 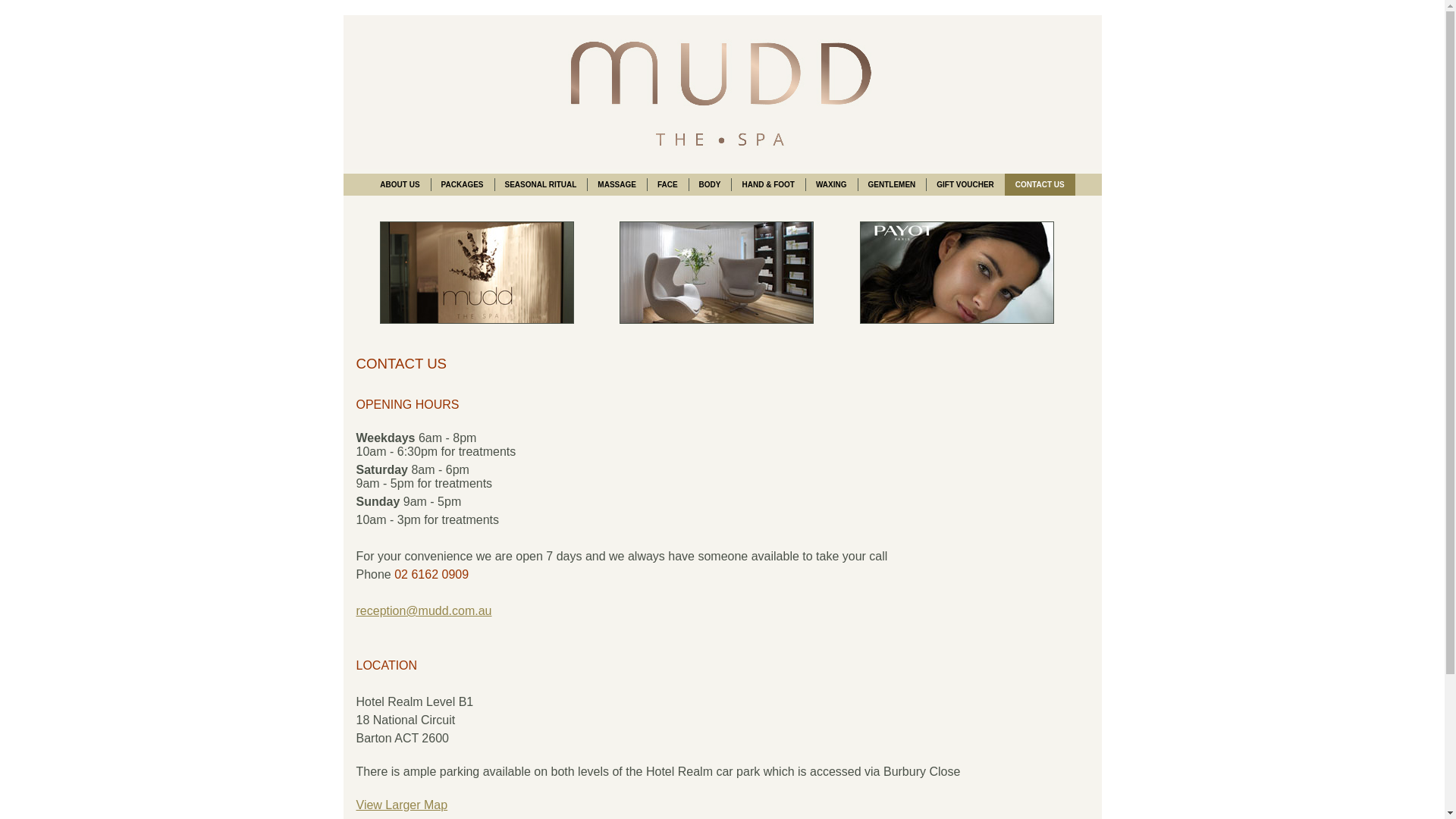 I want to click on 'View Larger Map', so click(x=356, y=804).